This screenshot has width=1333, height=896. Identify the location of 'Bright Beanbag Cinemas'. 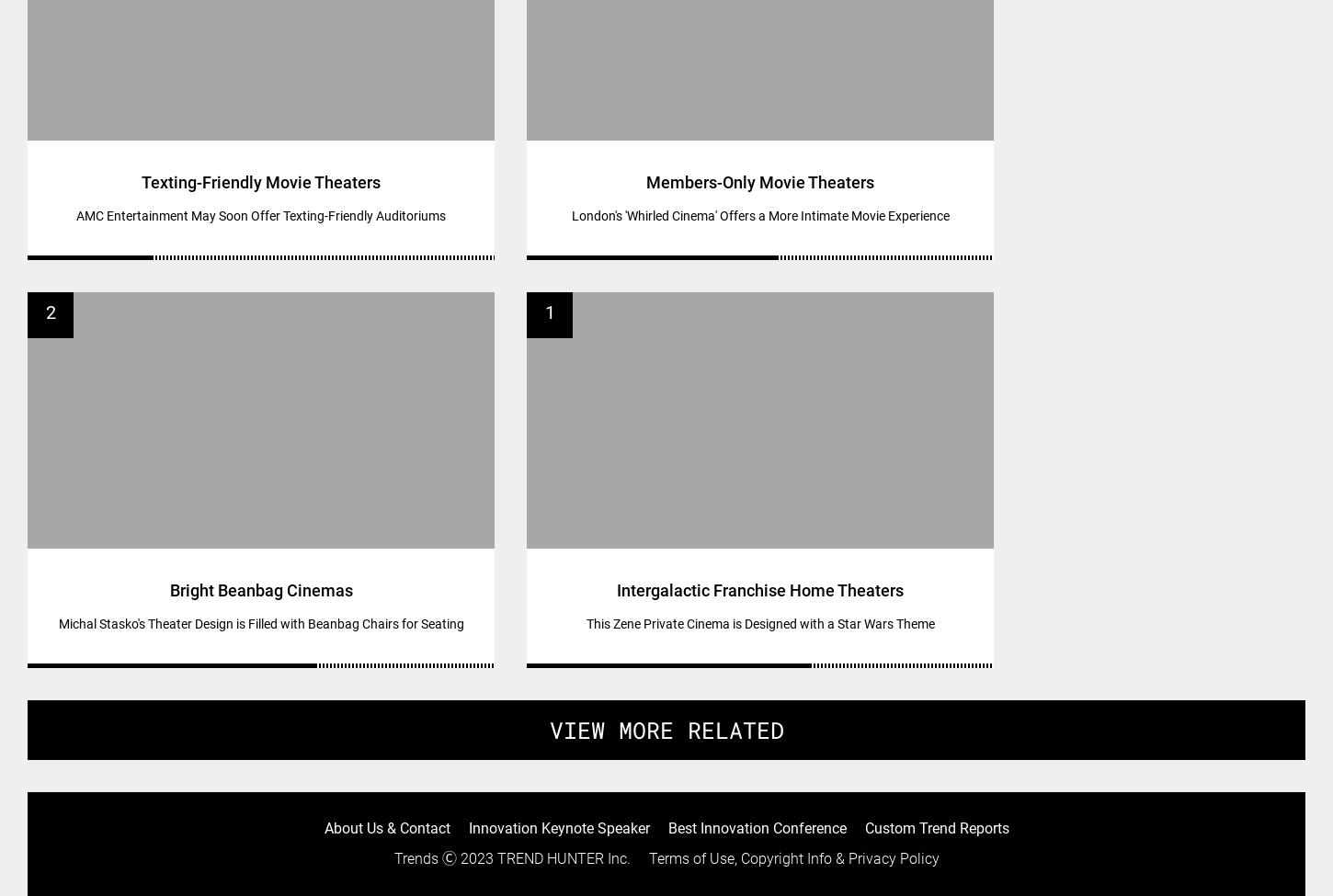
(260, 589).